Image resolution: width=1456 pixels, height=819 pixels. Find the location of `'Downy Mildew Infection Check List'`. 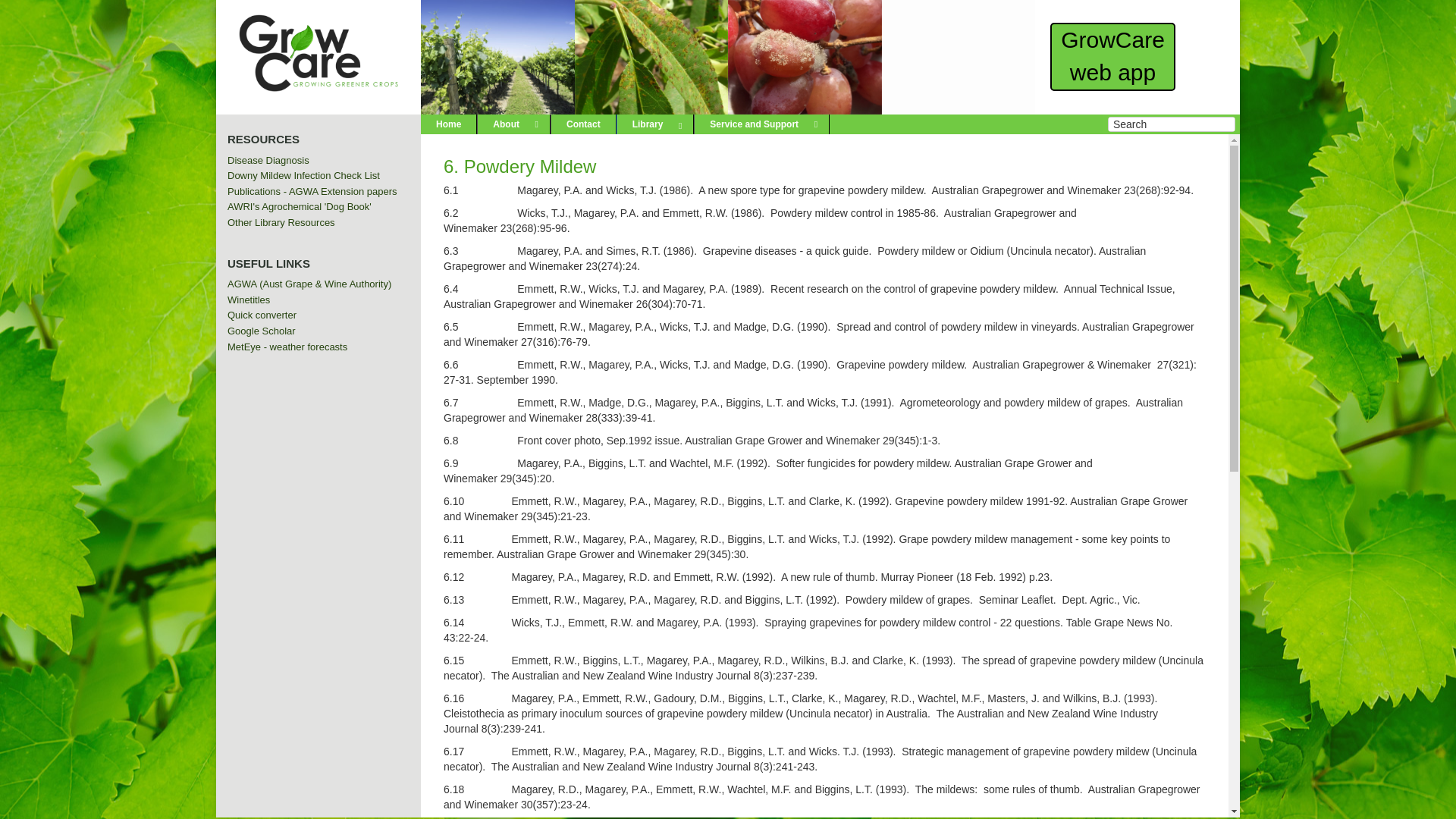

'Downy Mildew Infection Check List' is located at coordinates (226, 174).